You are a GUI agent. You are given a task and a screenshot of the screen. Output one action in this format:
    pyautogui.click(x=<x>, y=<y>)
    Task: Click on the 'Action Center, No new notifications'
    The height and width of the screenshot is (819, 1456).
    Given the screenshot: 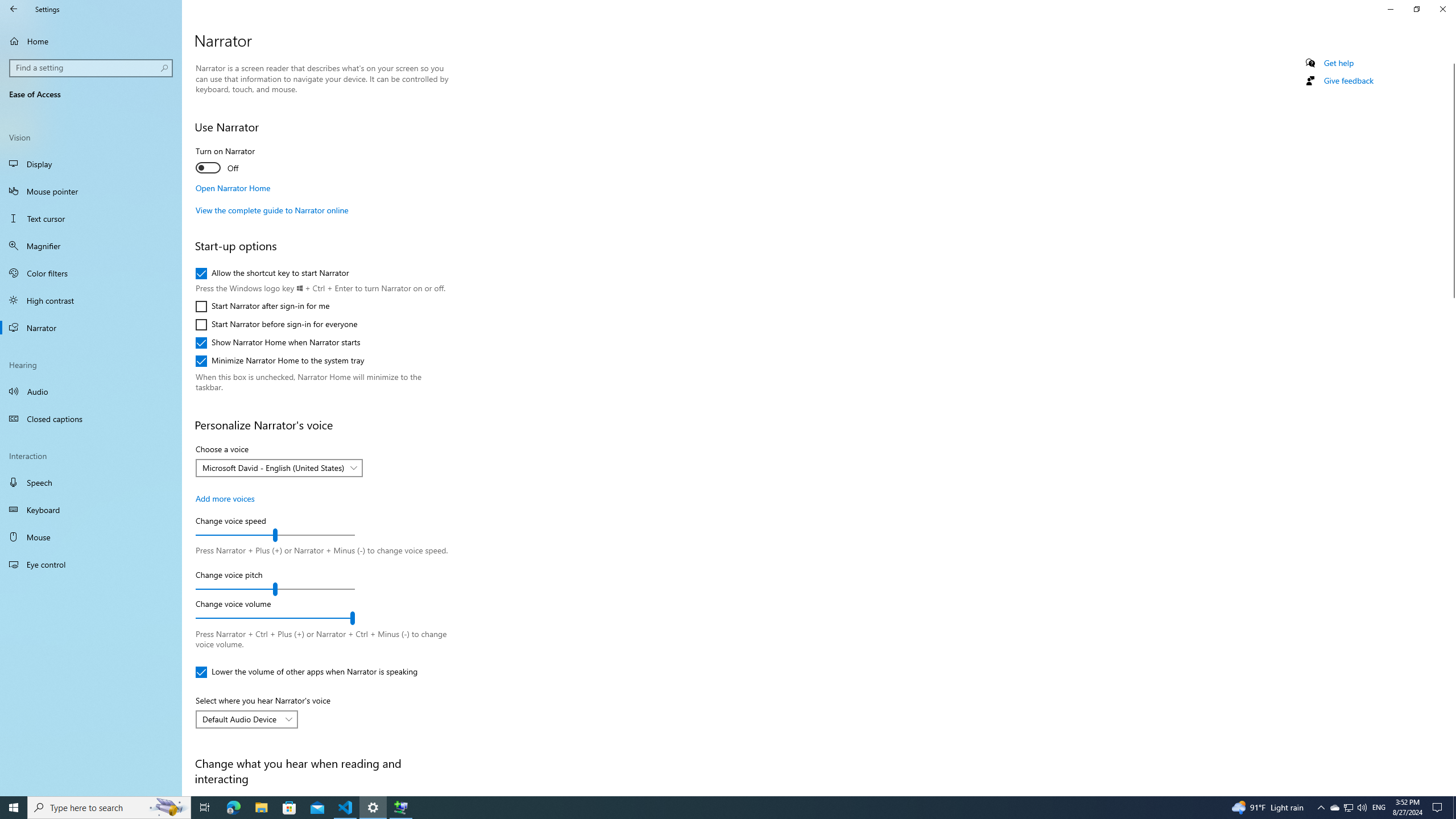 What is the action you would take?
    pyautogui.click(x=1439, y=806)
    